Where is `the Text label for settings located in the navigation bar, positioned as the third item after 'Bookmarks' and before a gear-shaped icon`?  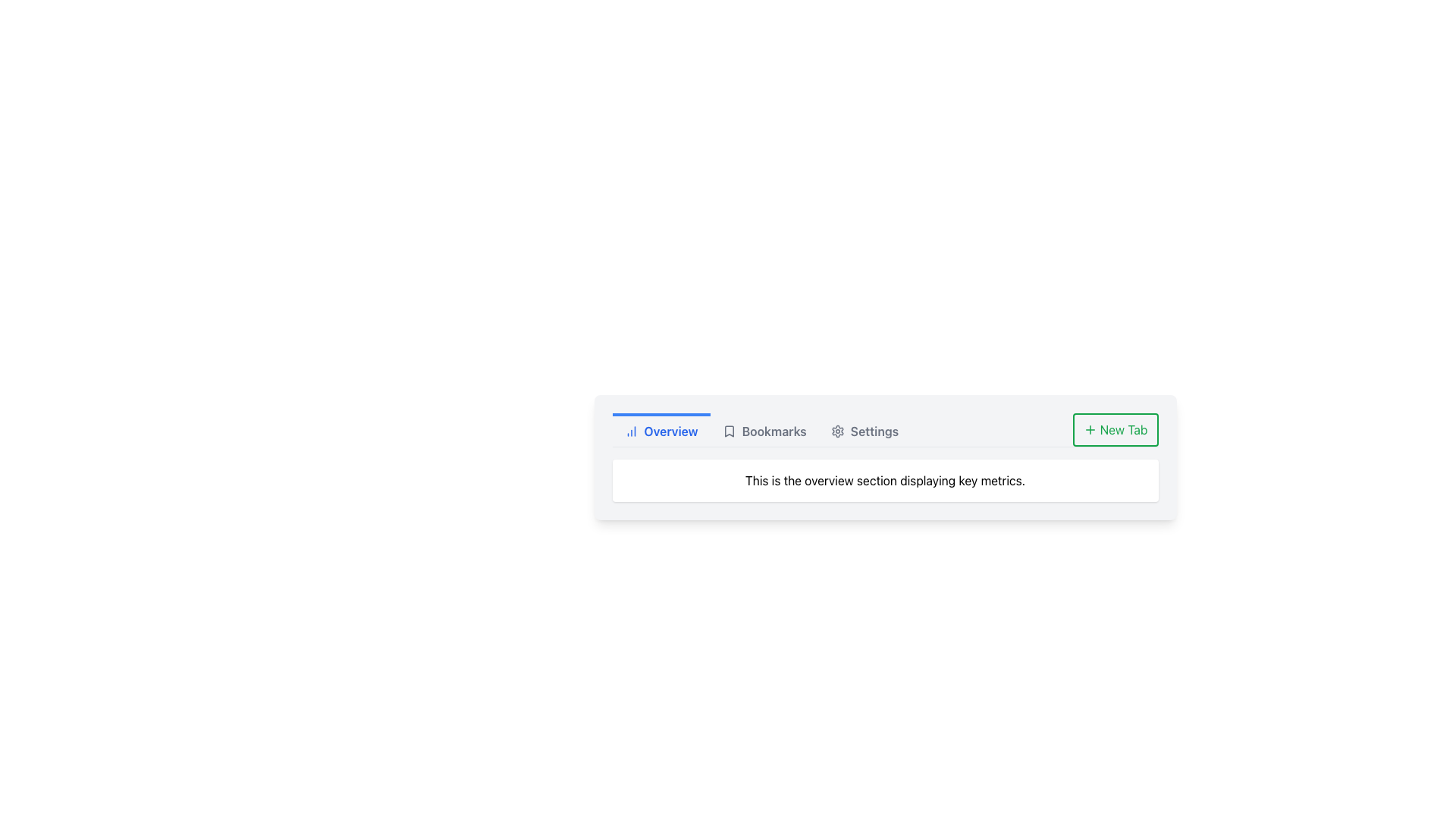 the Text label for settings located in the navigation bar, positioned as the third item after 'Bookmarks' and before a gear-shaped icon is located at coordinates (874, 431).